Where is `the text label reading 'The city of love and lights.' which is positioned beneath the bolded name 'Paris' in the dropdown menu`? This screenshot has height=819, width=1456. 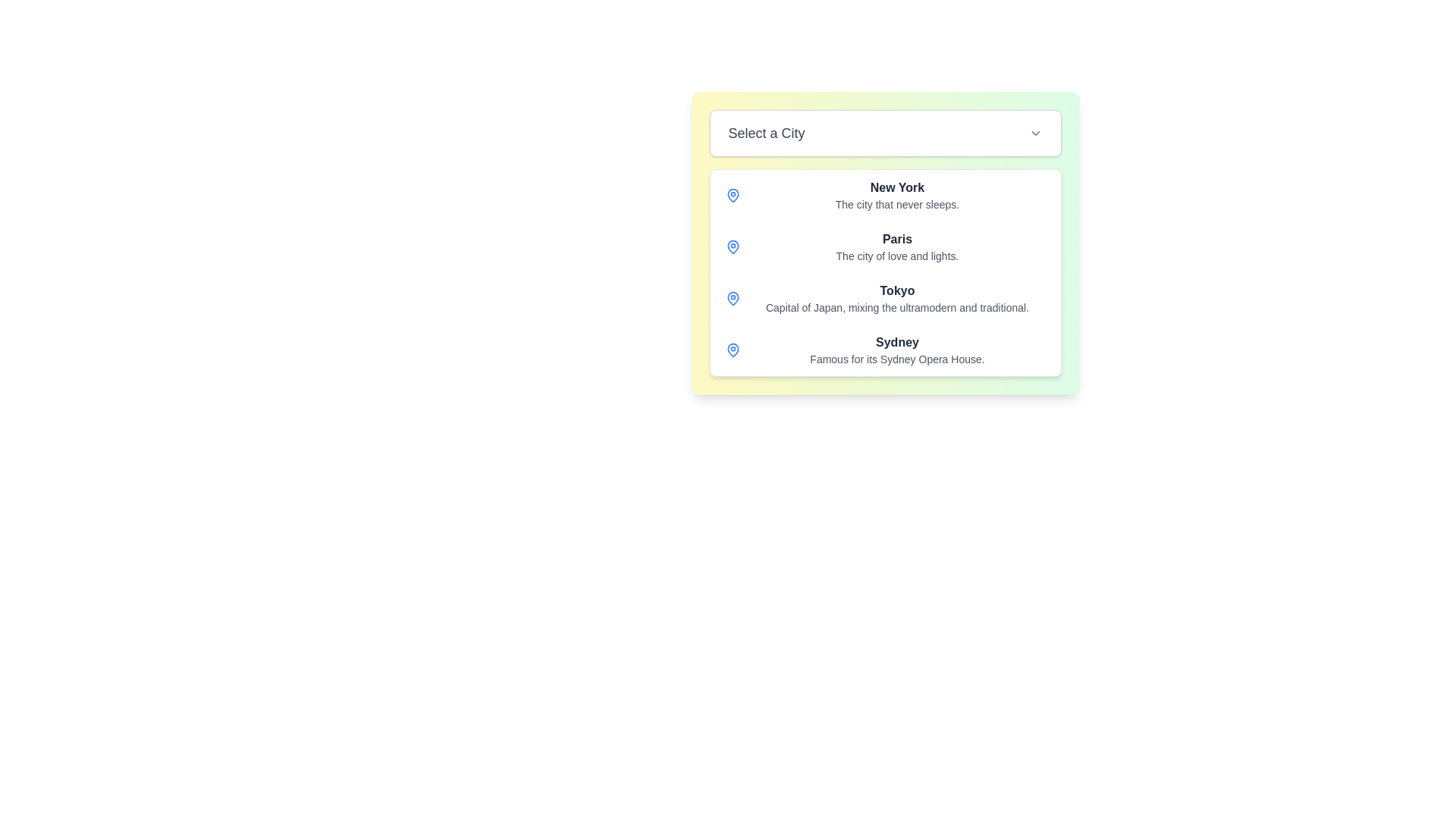
the text label reading 'The city of love and lights.' which is positioned beneath the bolded name 'Paris' in the dropdown menu is located at coordinates (897, 256).